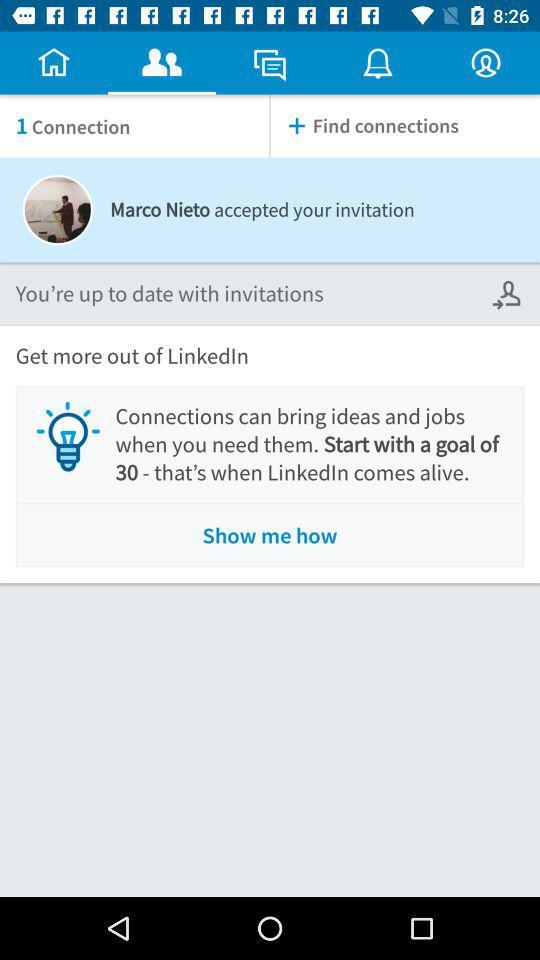  I want to click on 1 connection, so click(134, 125).